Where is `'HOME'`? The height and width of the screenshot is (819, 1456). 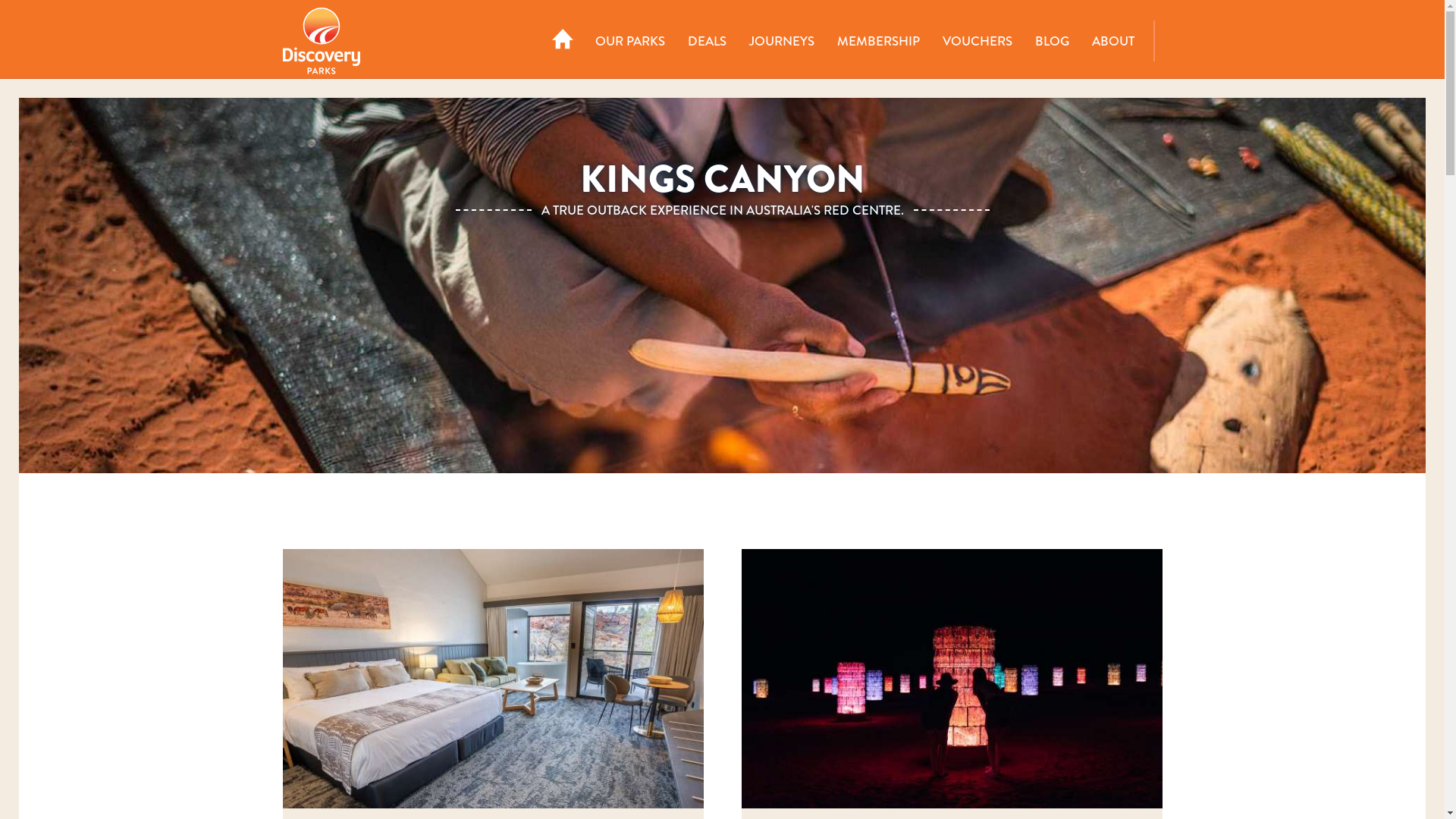 'HOME' is located at coordinates (563, 40).